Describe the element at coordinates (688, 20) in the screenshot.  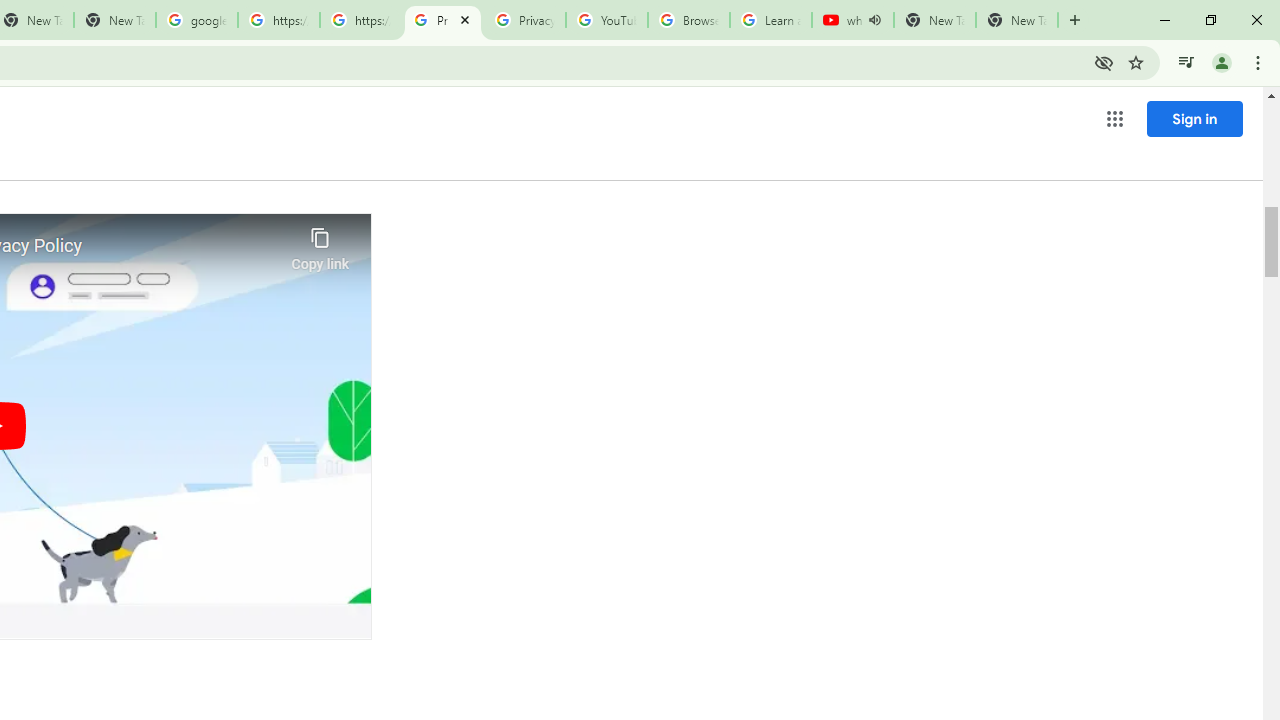
I see `'Browse Chrome as a guest - Computer - Google Chrome Help'` at that location.